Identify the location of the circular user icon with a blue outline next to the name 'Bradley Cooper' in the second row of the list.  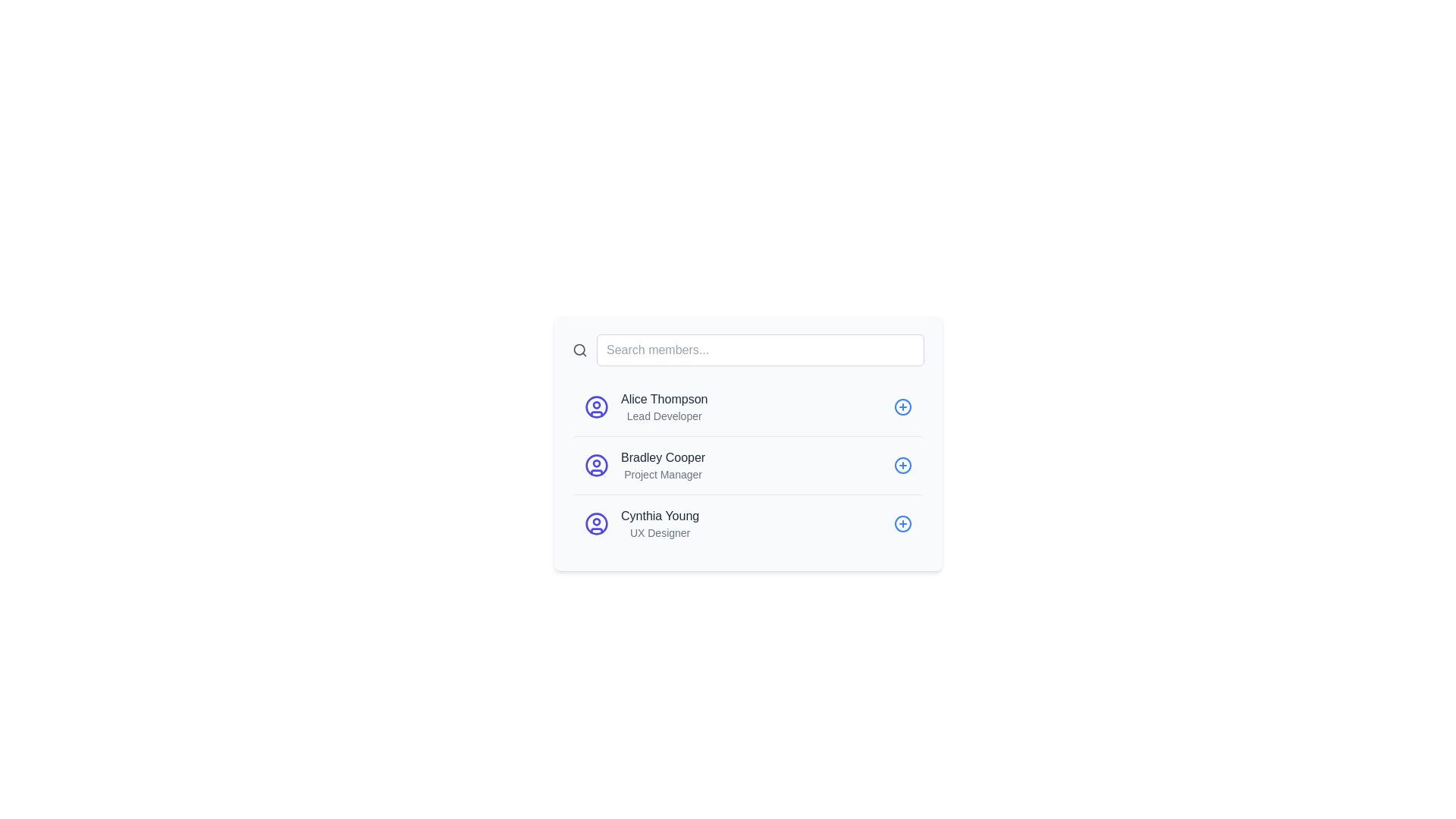
(596, 464).